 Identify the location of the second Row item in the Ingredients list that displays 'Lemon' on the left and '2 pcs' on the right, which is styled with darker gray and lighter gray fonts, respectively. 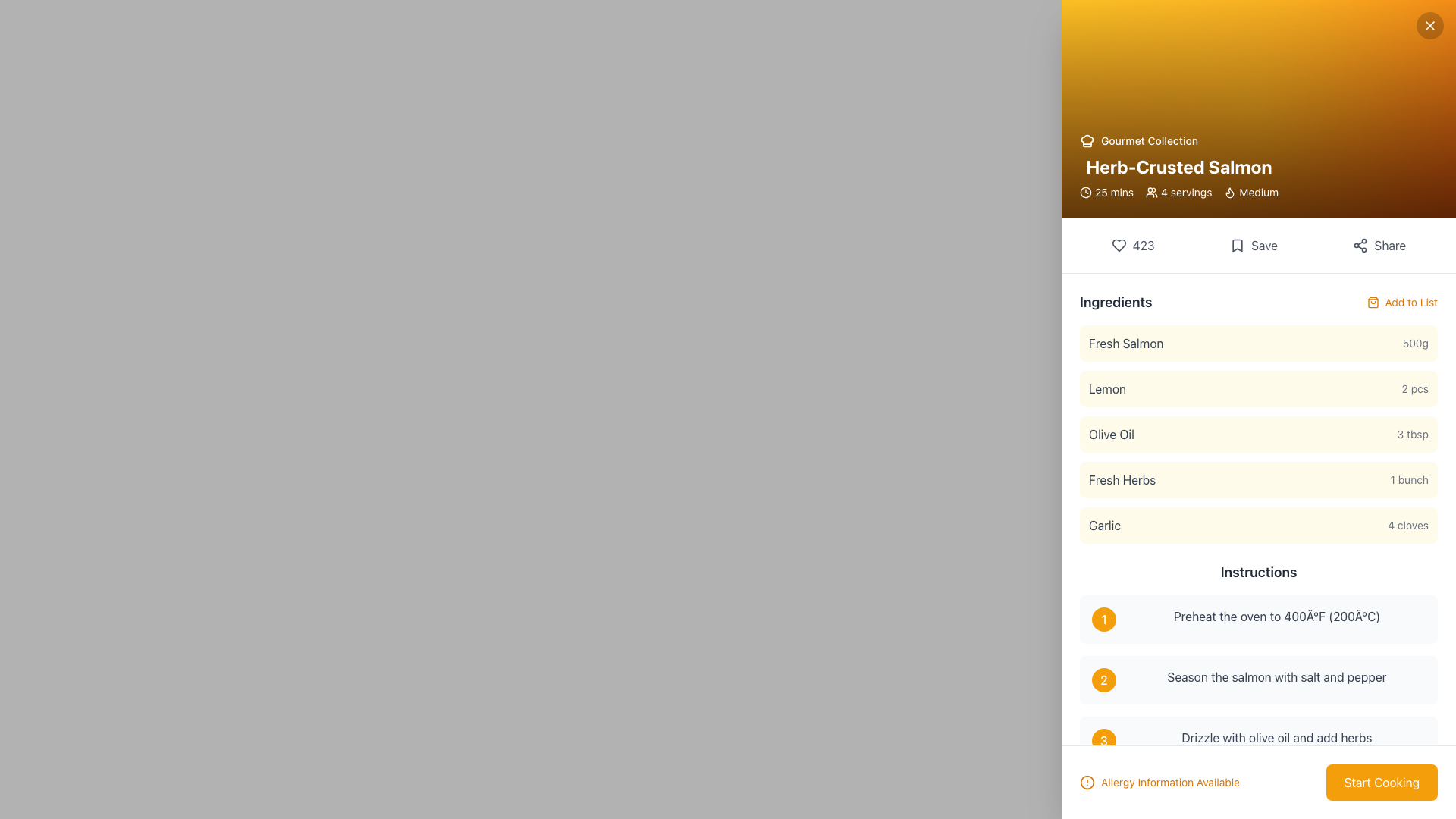
(1259, 388).